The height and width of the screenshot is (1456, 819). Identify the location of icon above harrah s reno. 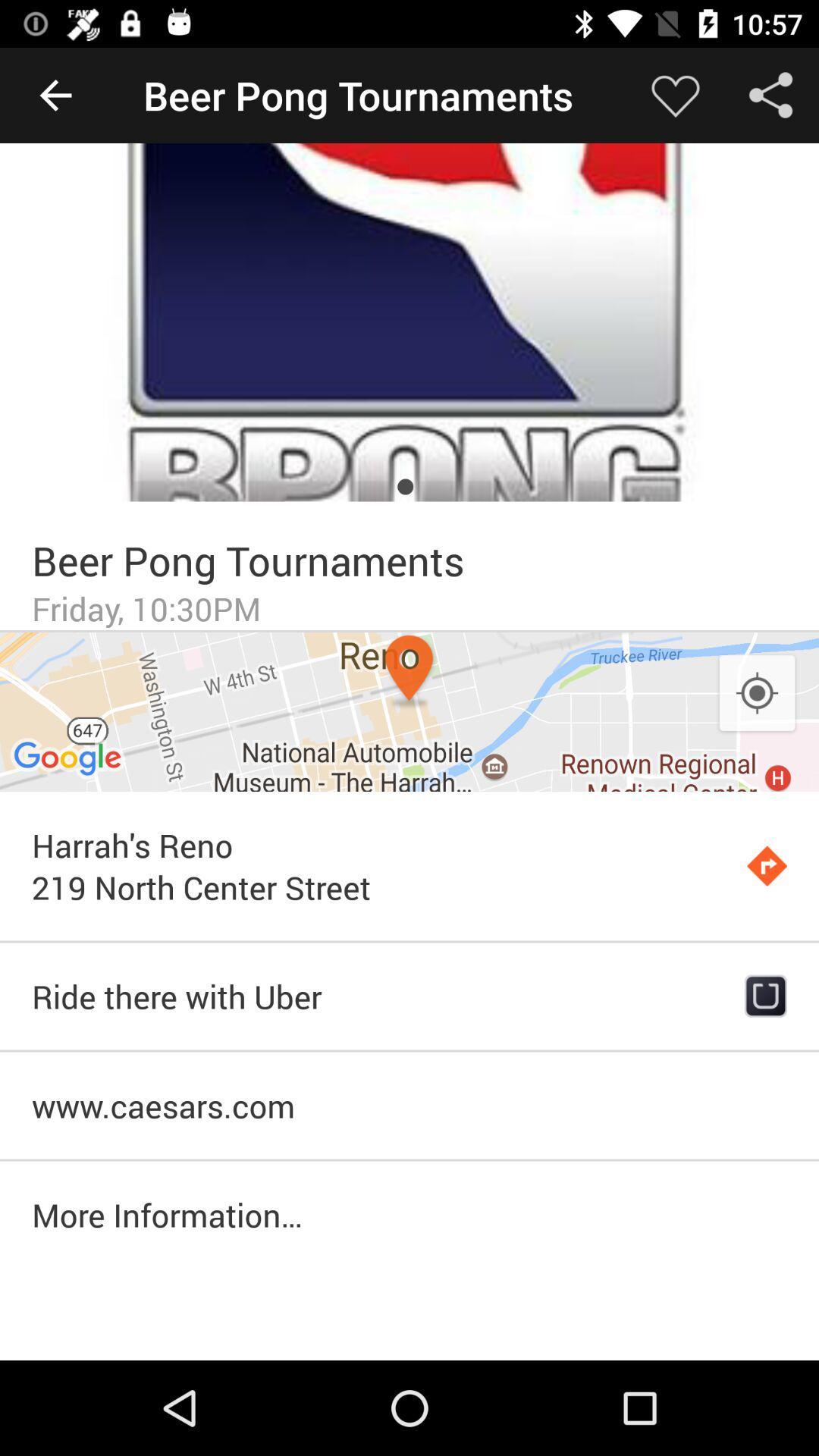
(409, 711).